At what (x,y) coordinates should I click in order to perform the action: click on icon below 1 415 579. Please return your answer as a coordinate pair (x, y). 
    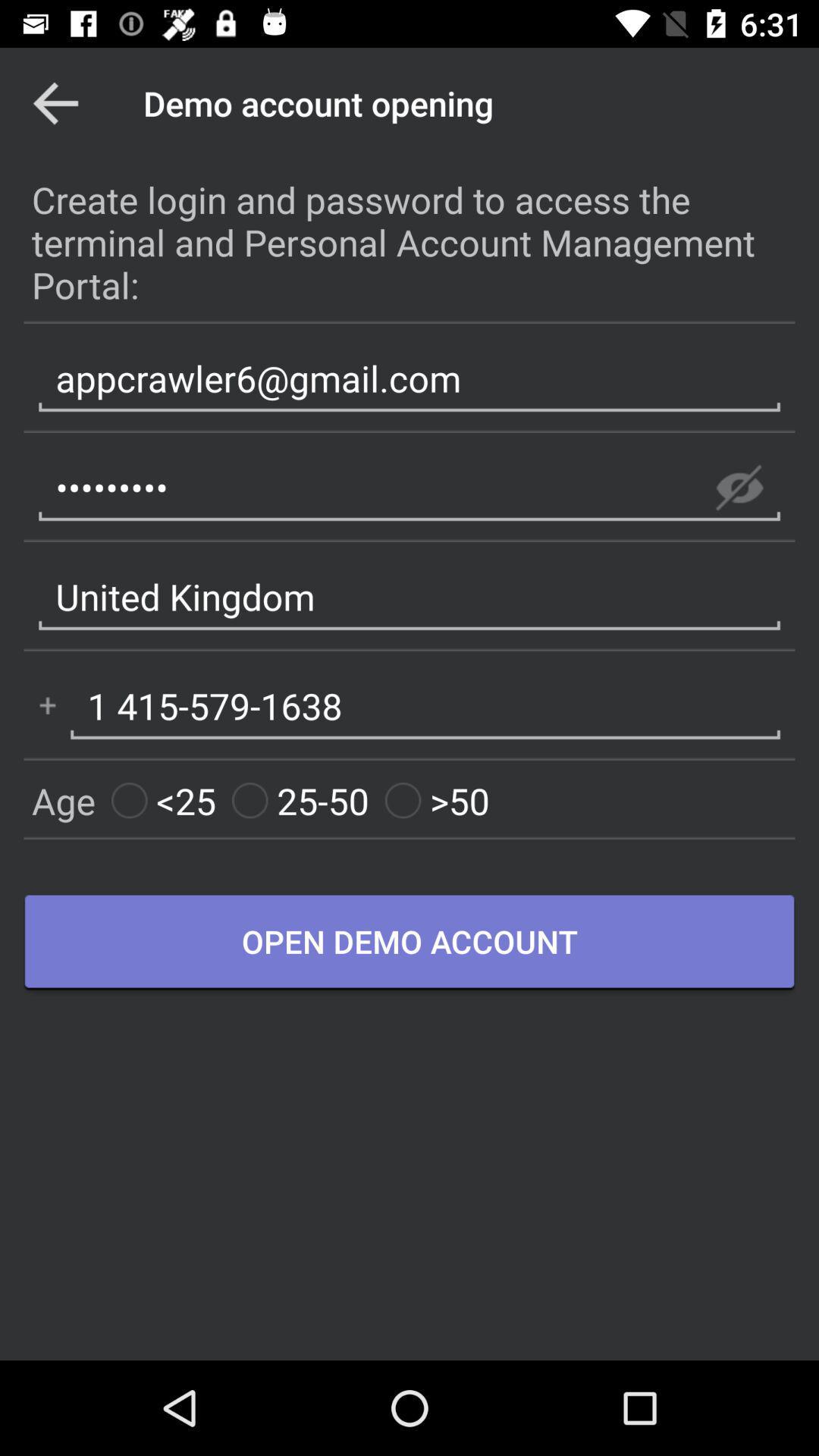
    Looking at the image, I should click on (300, 800).